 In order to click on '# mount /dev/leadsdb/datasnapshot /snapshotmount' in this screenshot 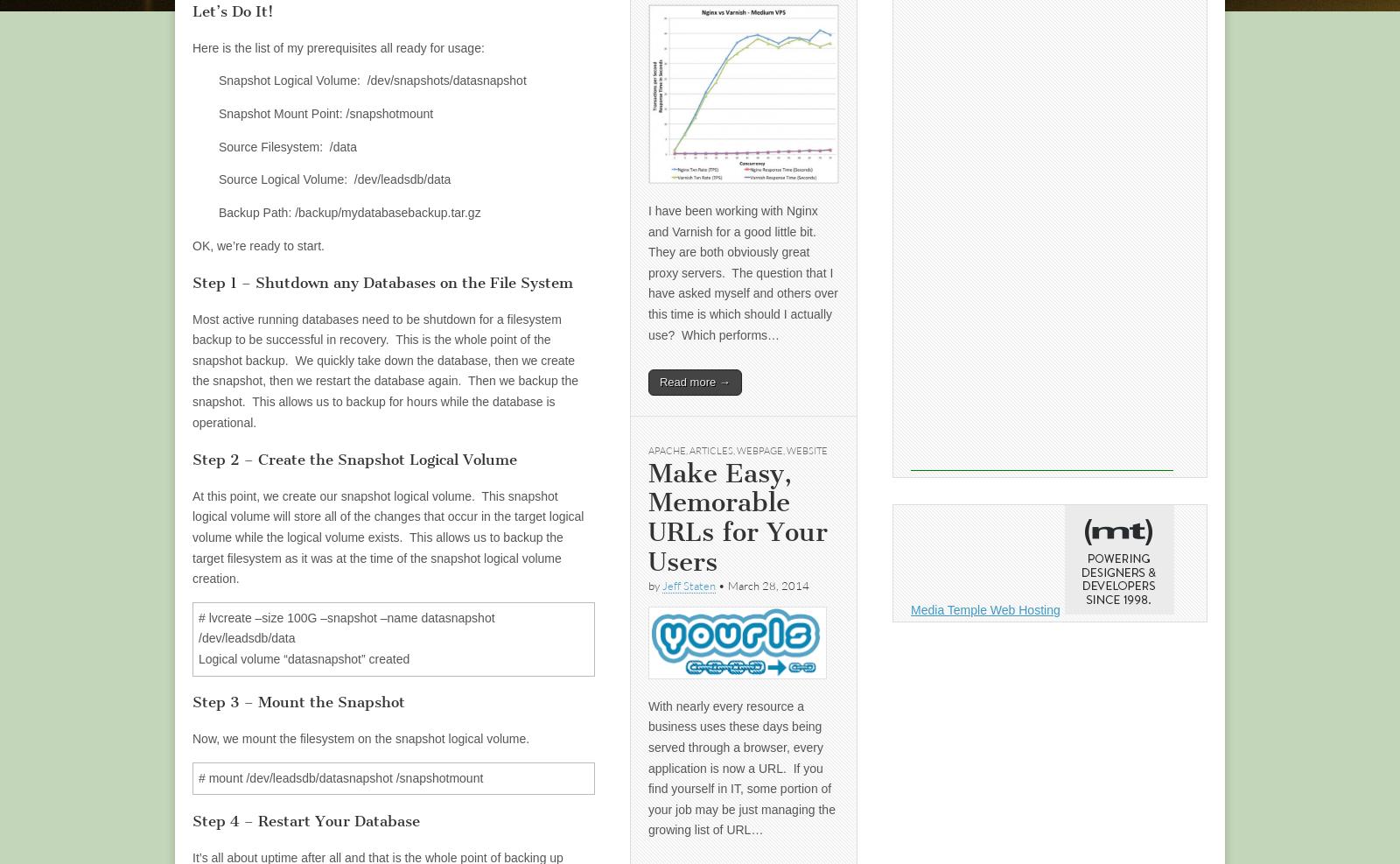, I will do `click(340, 776)`.